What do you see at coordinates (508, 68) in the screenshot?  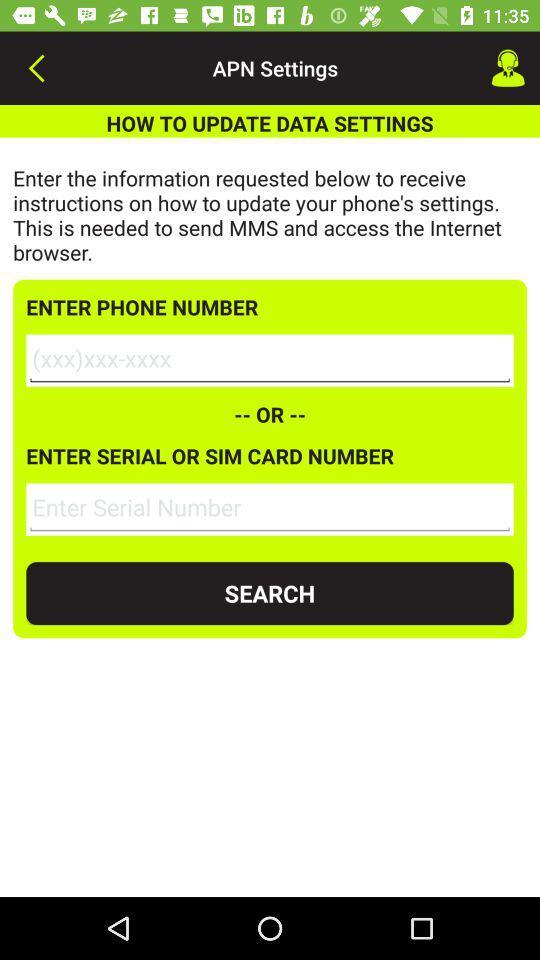 I see `icon to the right of the apn settings icon` at bounding box center [508, 68].